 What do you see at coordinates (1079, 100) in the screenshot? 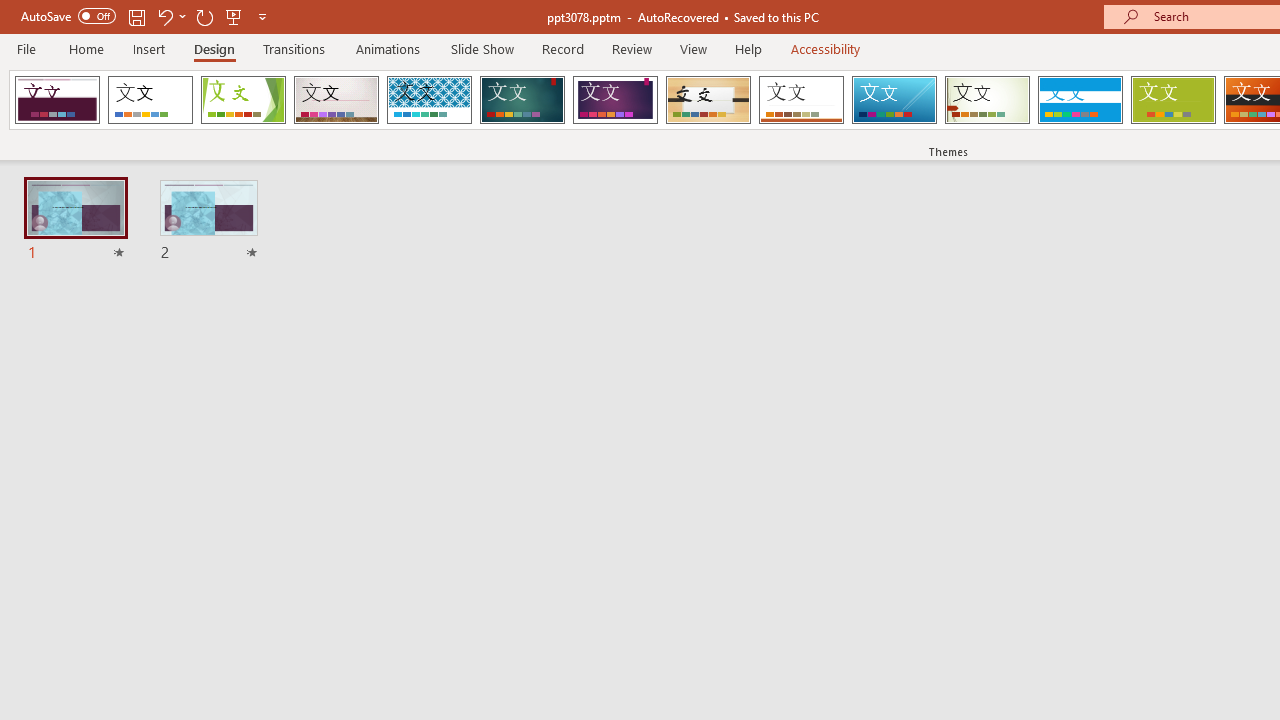
I see `'Banded'` at bounding box center [1079, 100].